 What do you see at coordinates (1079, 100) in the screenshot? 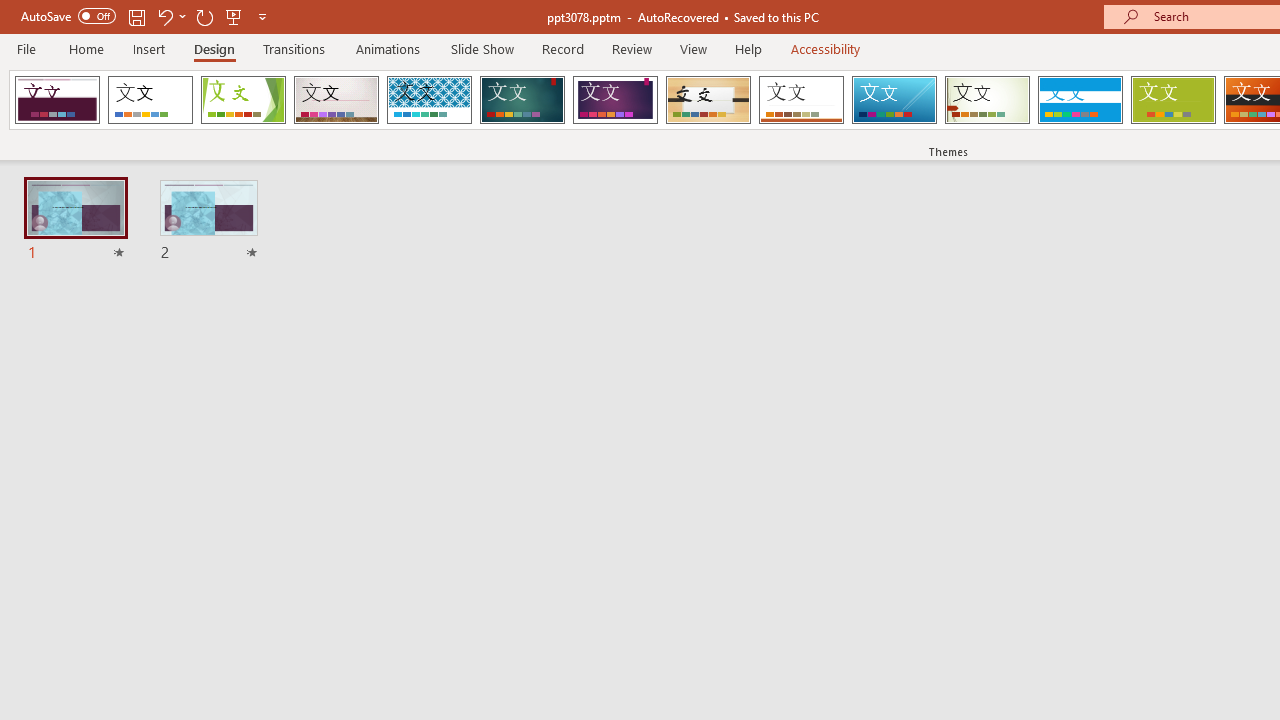
I see `'Banded'` at bounding box center [1079, 100].